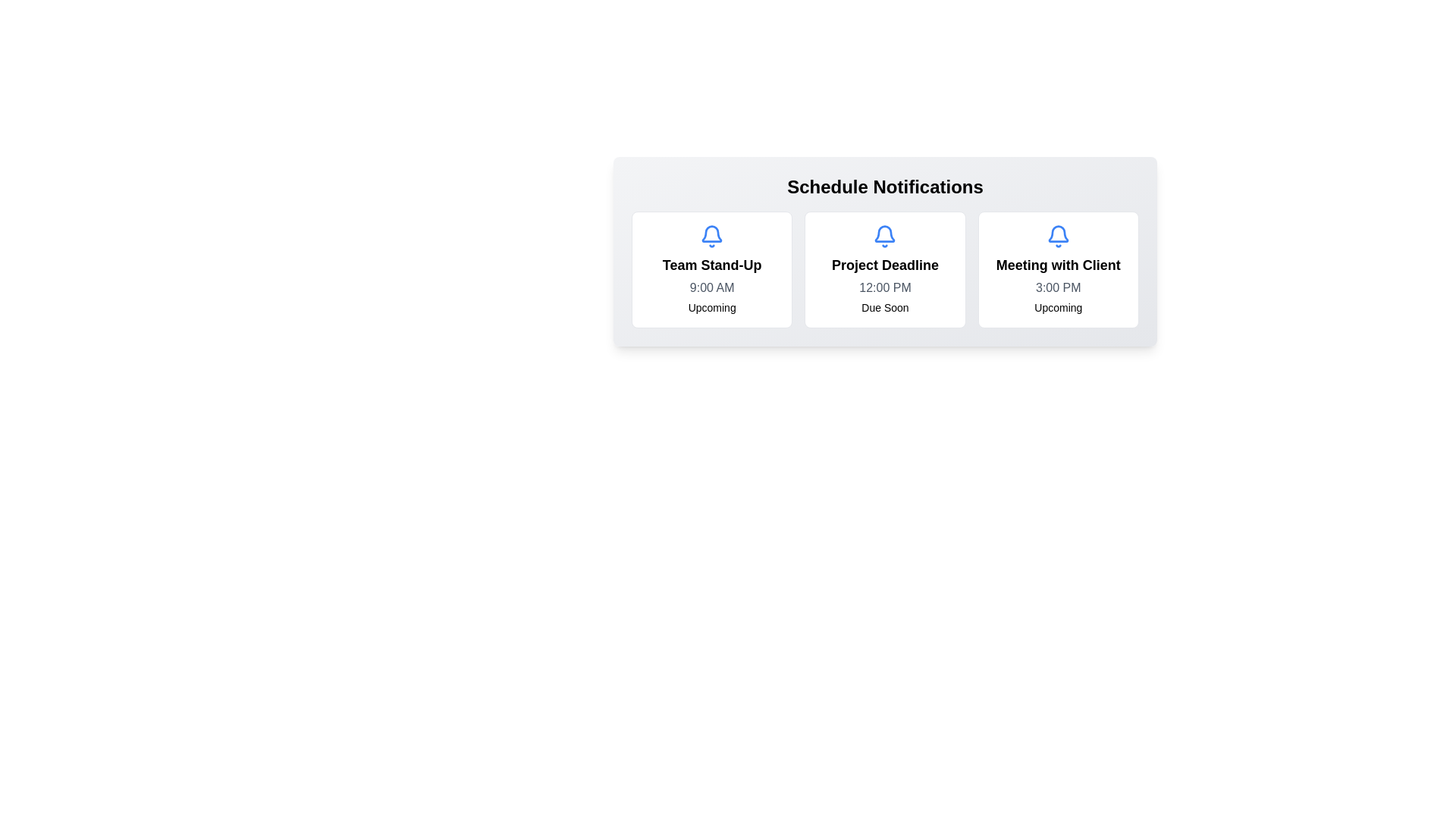  I want to click on the upper bell portion of the notification icon in the second notification card under the 'Schedule Notifications' heading, so click(1057, 234).